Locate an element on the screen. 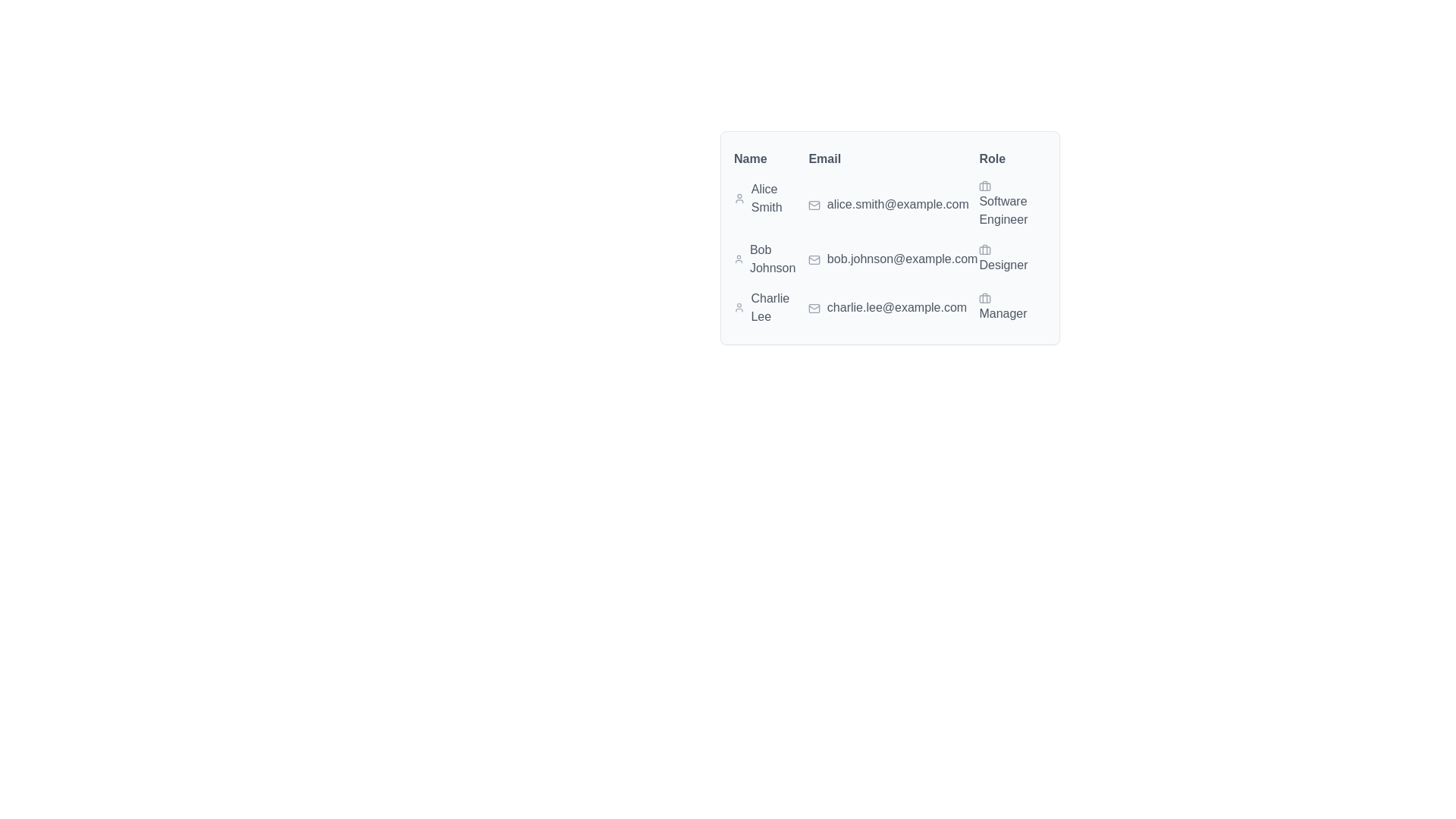 The image size is (1456, 819). email address displayed in the 'Email' column for the user Charlie Lee, located between the user's name and role in the table is located at coordinates (893, 307).